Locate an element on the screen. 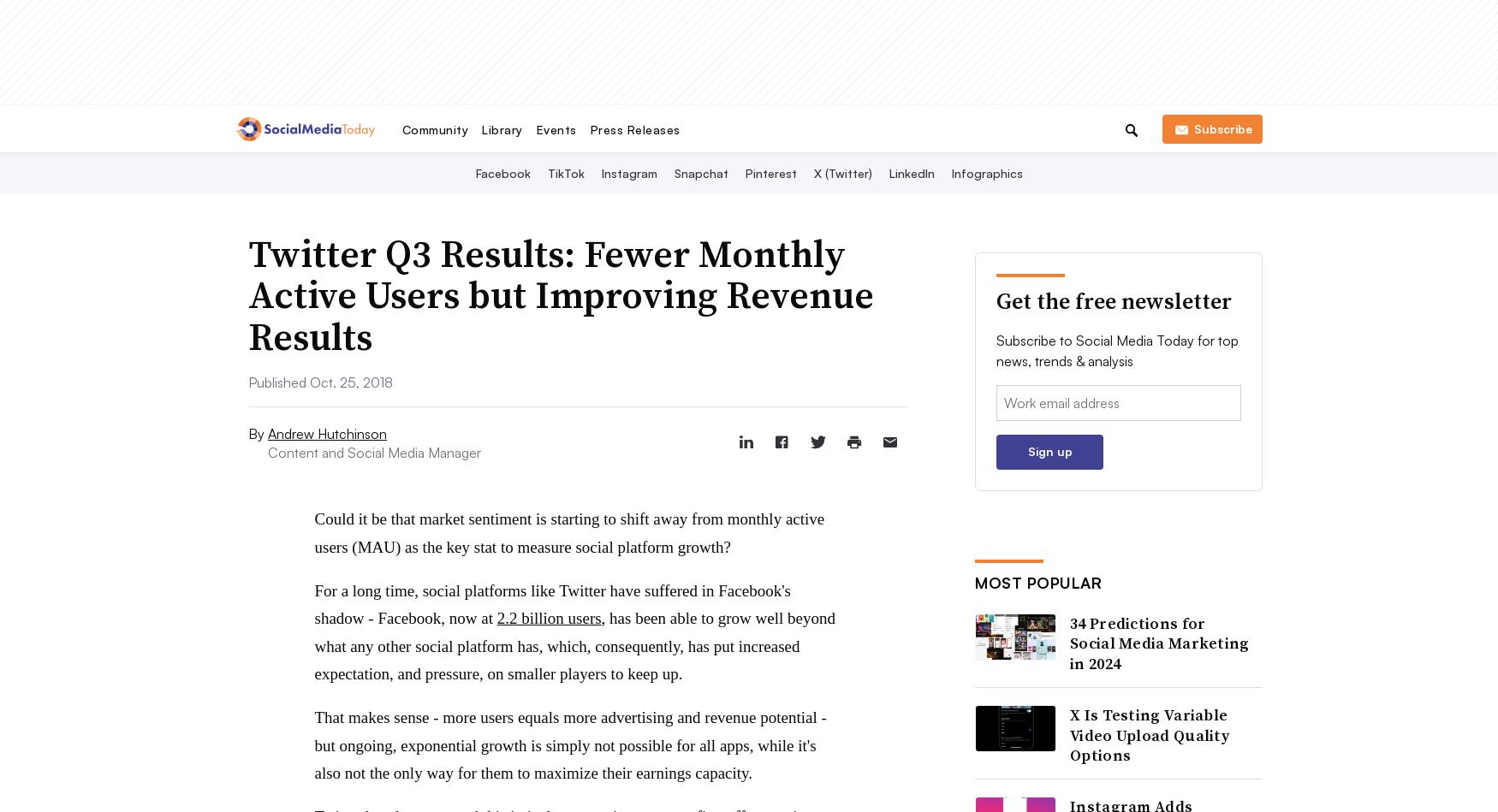 The width and height of the screenshot is (1498, 812). 'SMT Experts' is located at coordinates (733, 126).